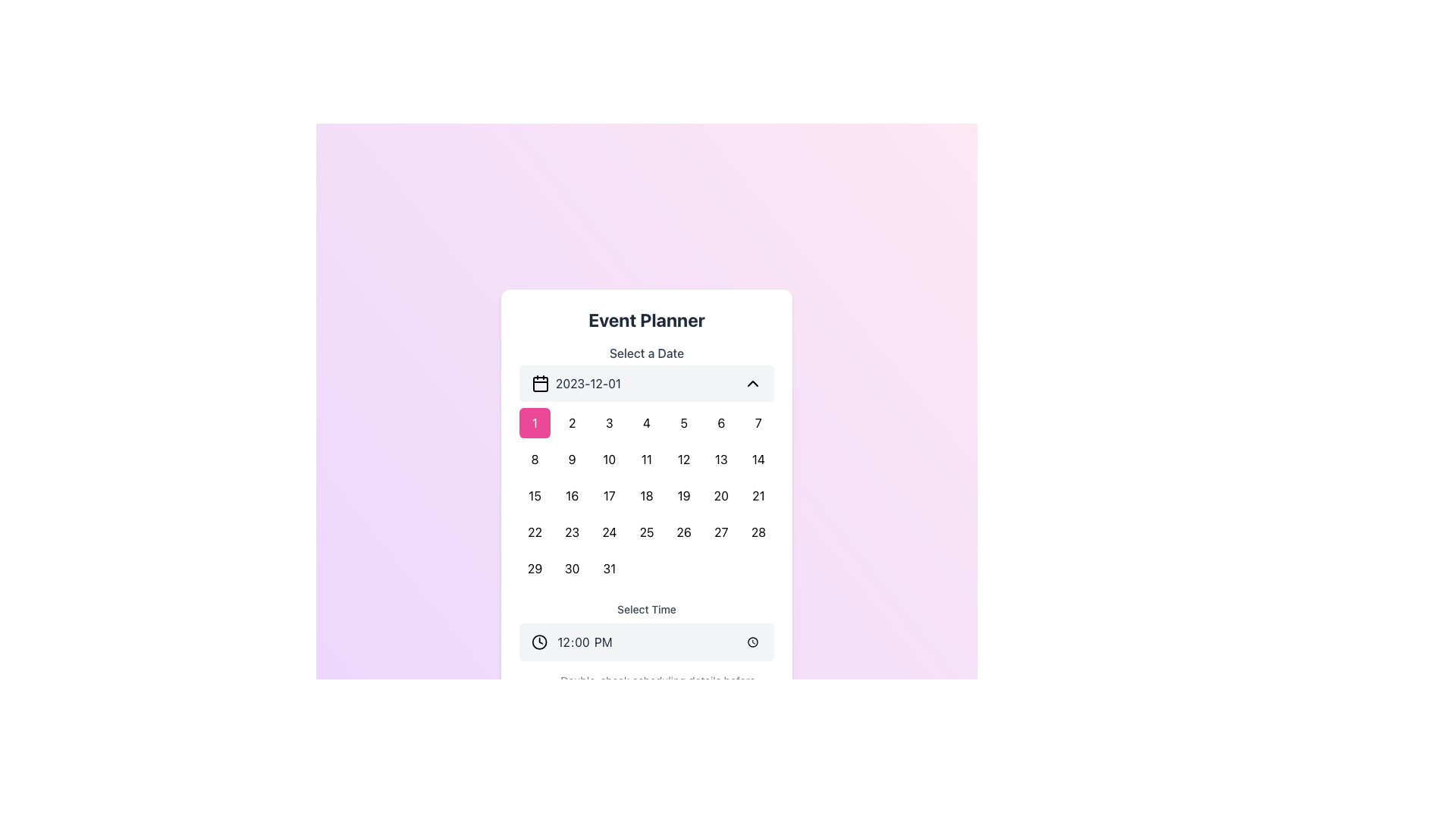 This screenshot has width=1456, height=819. Describe the element at coordinates (541, 383) in the screenshot. I see `the background of the calendar icon, which is positioned to the left of the date input field in the 'Event Planner' section of the UI` at that location.